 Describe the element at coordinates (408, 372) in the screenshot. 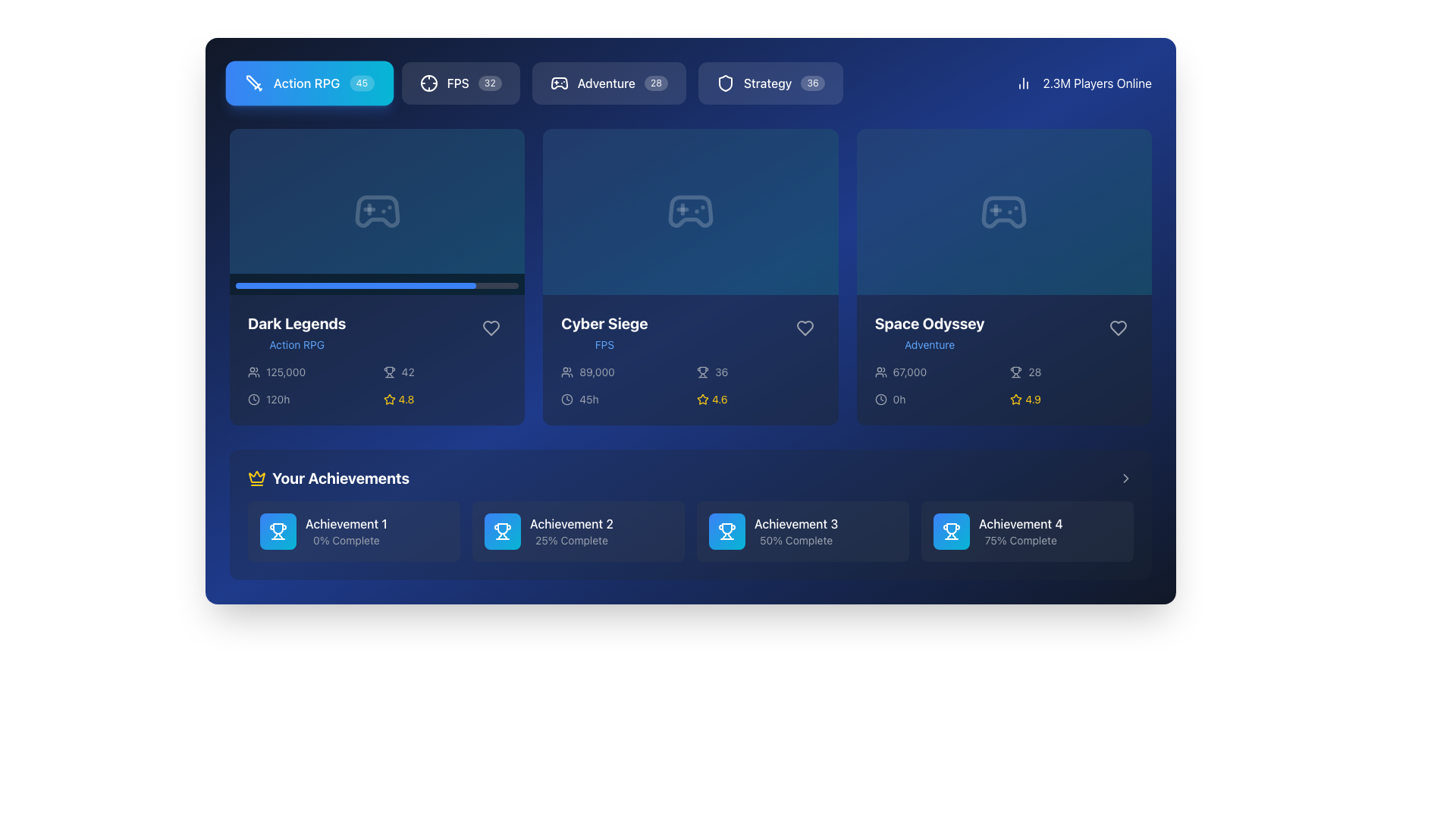

I see `the static text displaying numeric details related to achievements or points for the 'Dark Legends' item, located under the trophy icon in the 'Dark Legends' card` at that location.